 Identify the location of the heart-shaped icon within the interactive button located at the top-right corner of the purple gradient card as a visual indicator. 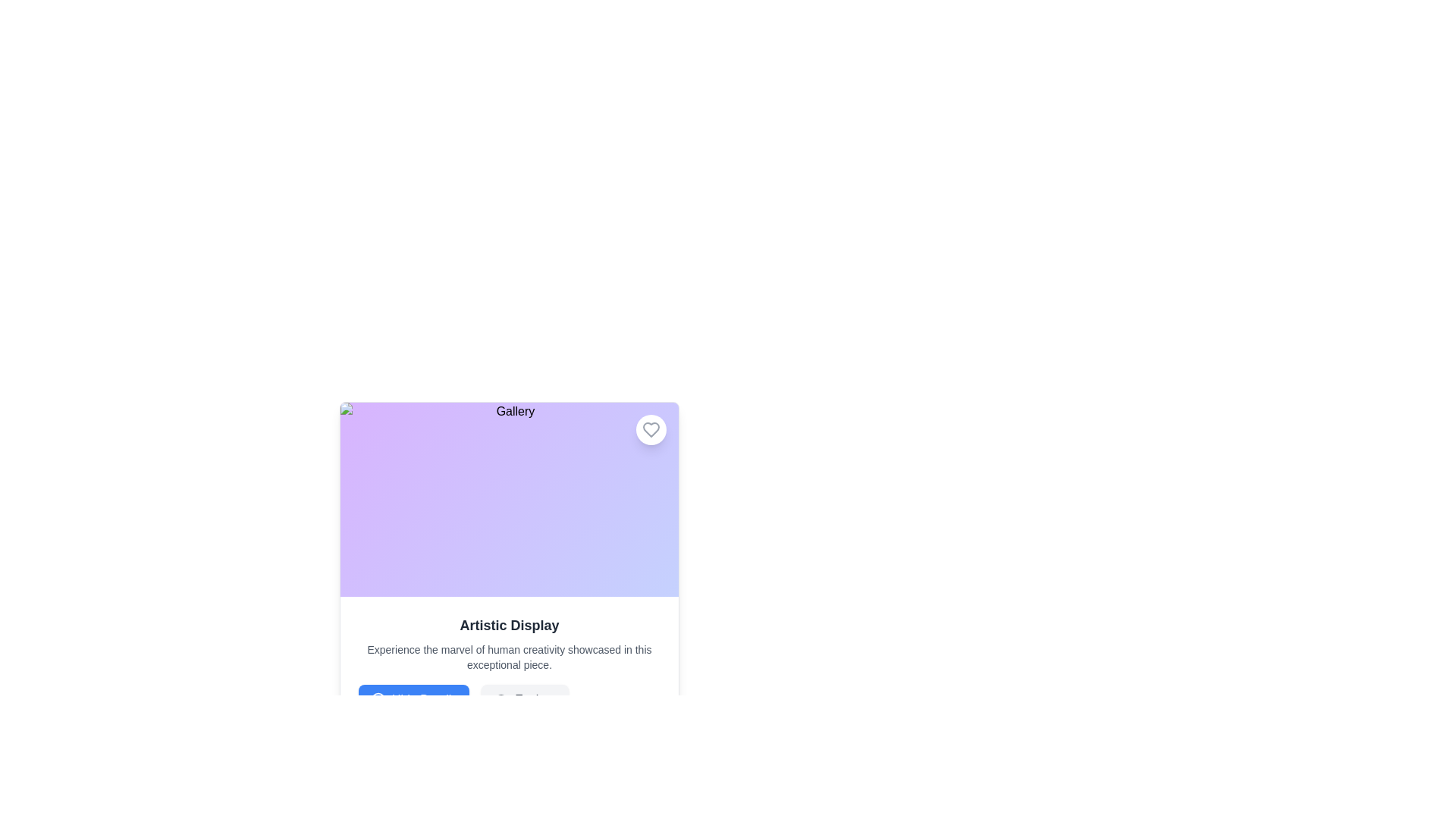
(651, 430).